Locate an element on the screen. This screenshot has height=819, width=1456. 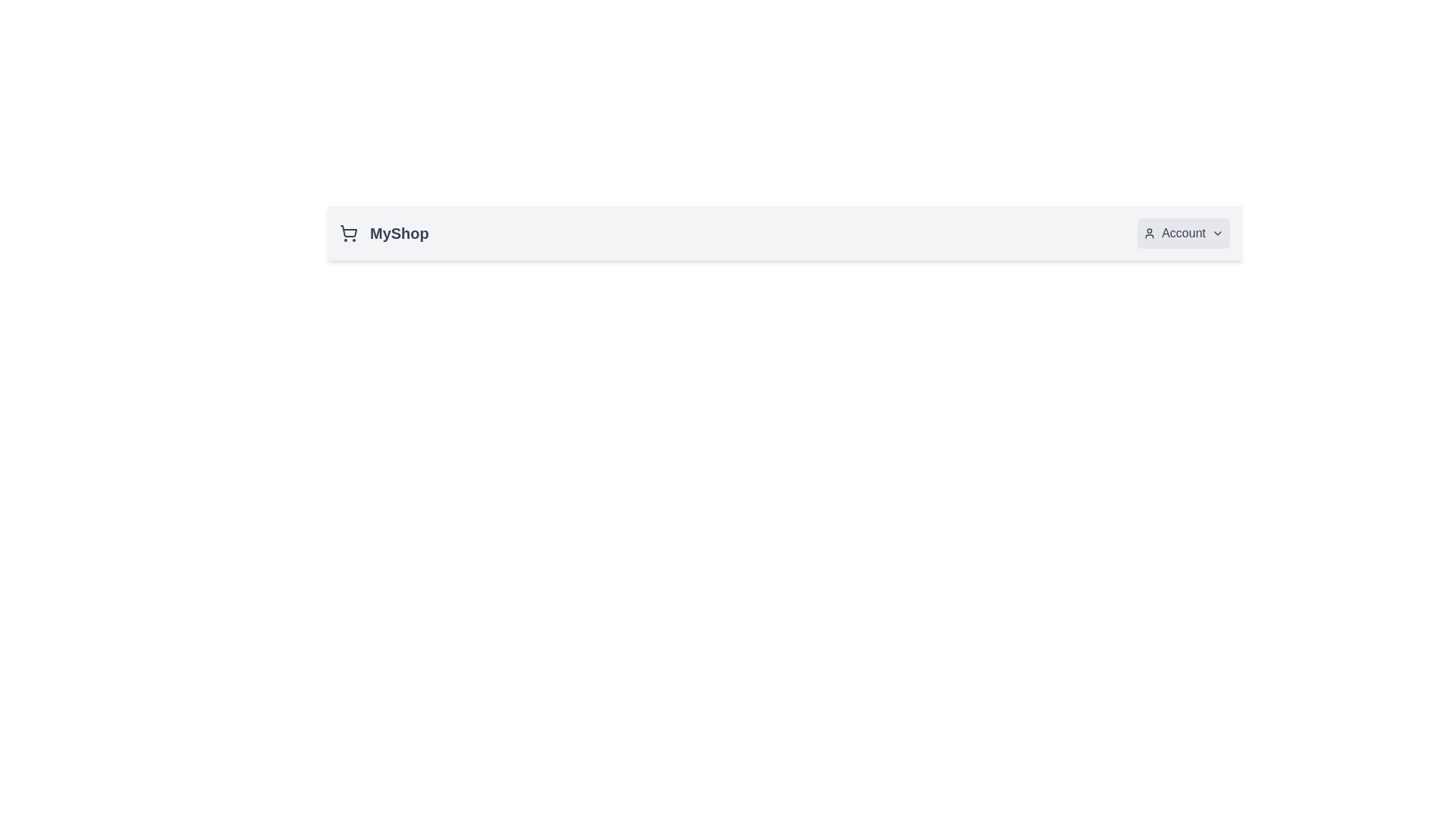
the minimalist user icon located to the left of the 'Account' text in the top-right navigation bar is located at coordinates (1150, 234).